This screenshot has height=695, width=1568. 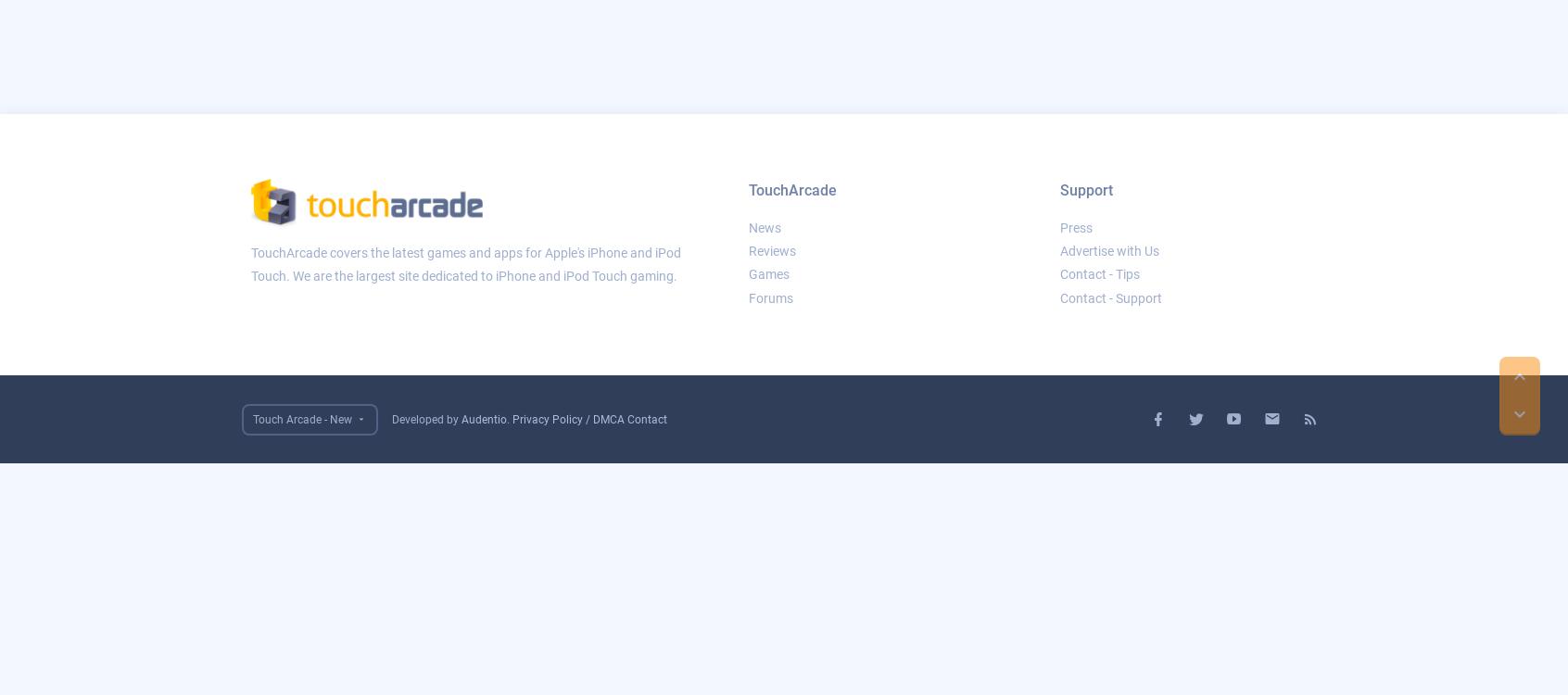 What do you see at coordinates (1109, 297) in the screenshot?
I see `'Contact - Support'` at bounding box center [1109, 297].